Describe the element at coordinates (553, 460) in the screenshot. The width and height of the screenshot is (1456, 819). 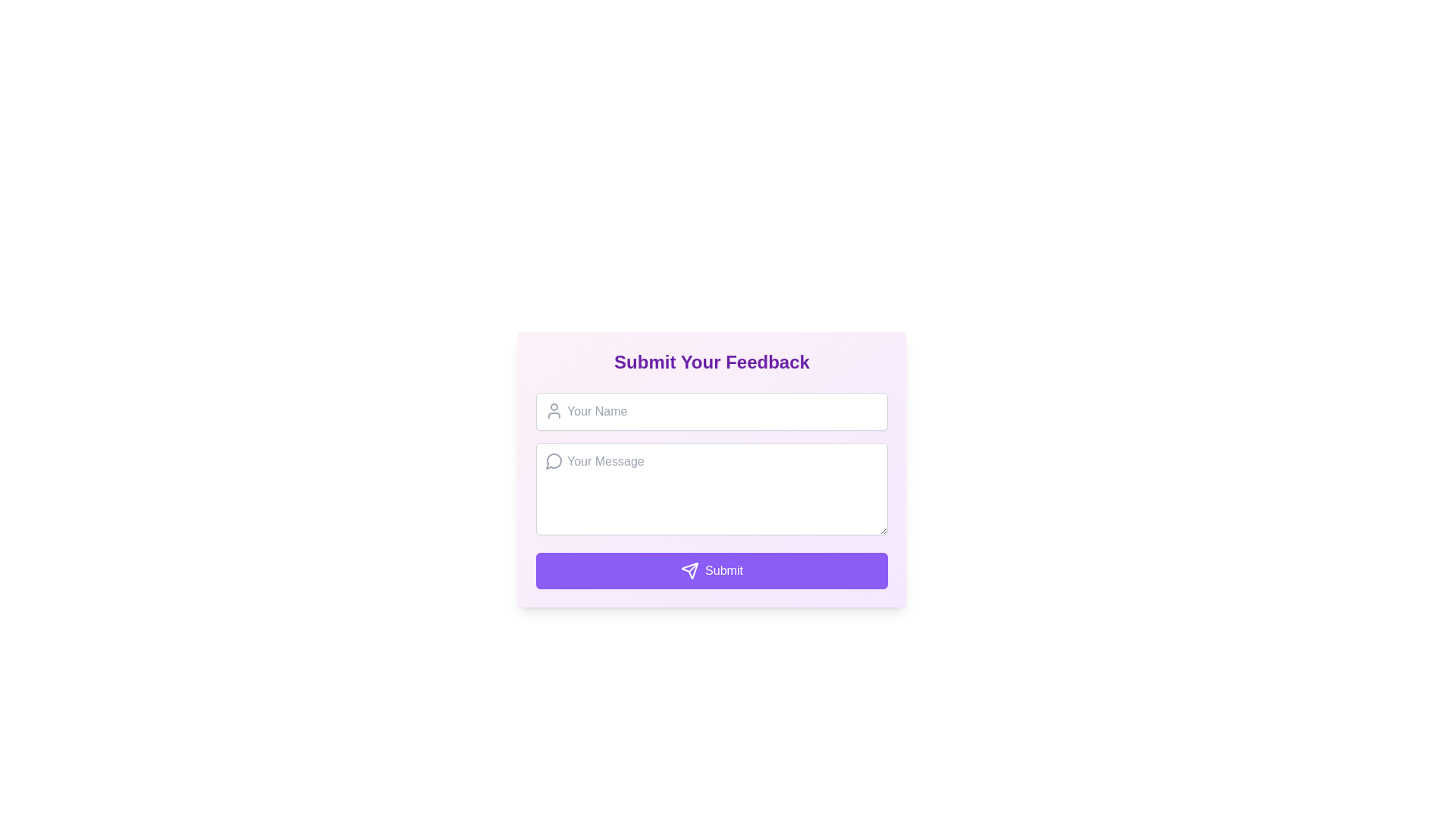
I see `the icon representing communication or feedback located at the top-left corner of the 'Your Message' text input field` at that location.